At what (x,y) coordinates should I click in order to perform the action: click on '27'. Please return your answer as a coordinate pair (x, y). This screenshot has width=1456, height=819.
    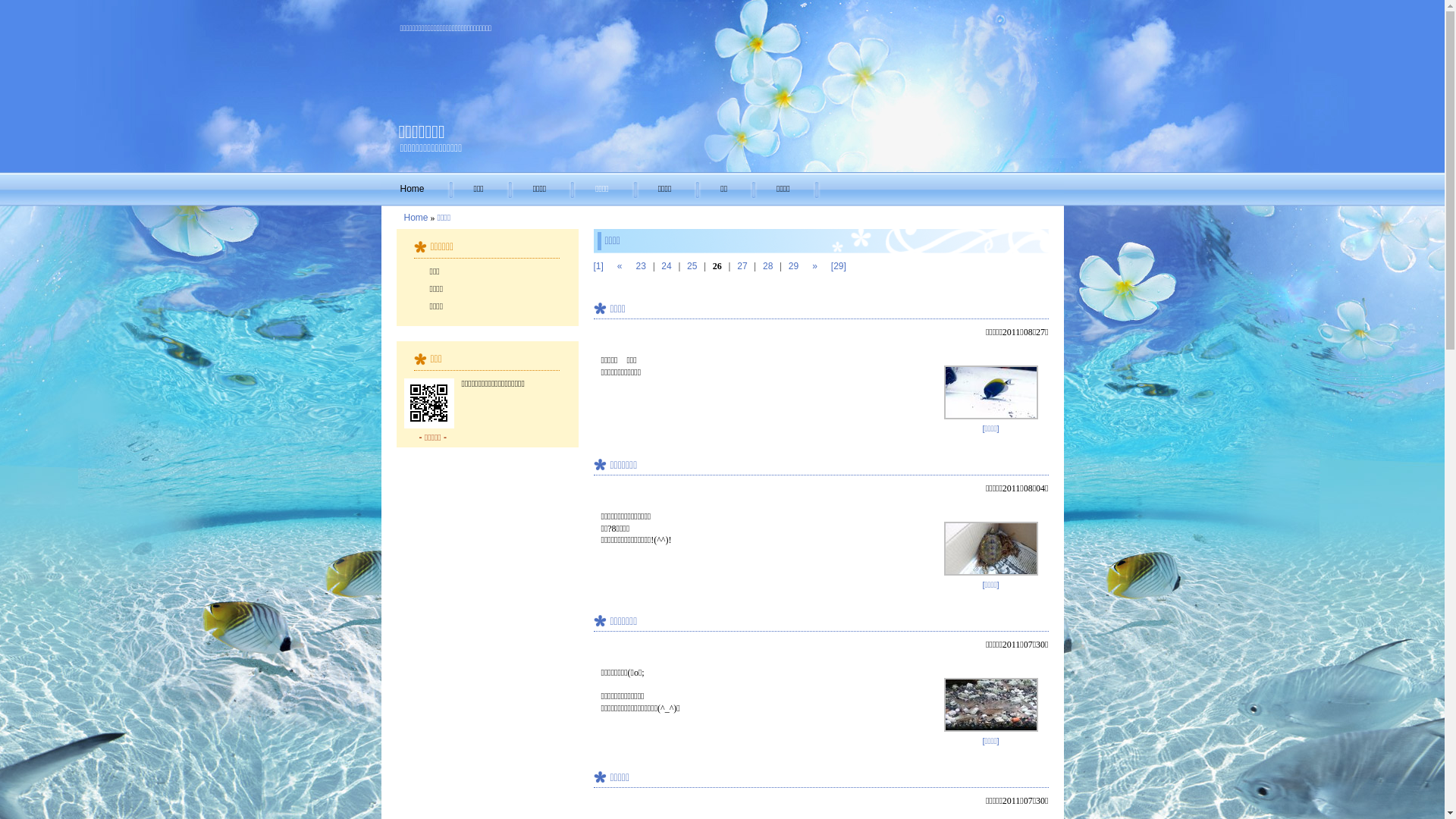
    Looking at the image, I should click on (742, 265).